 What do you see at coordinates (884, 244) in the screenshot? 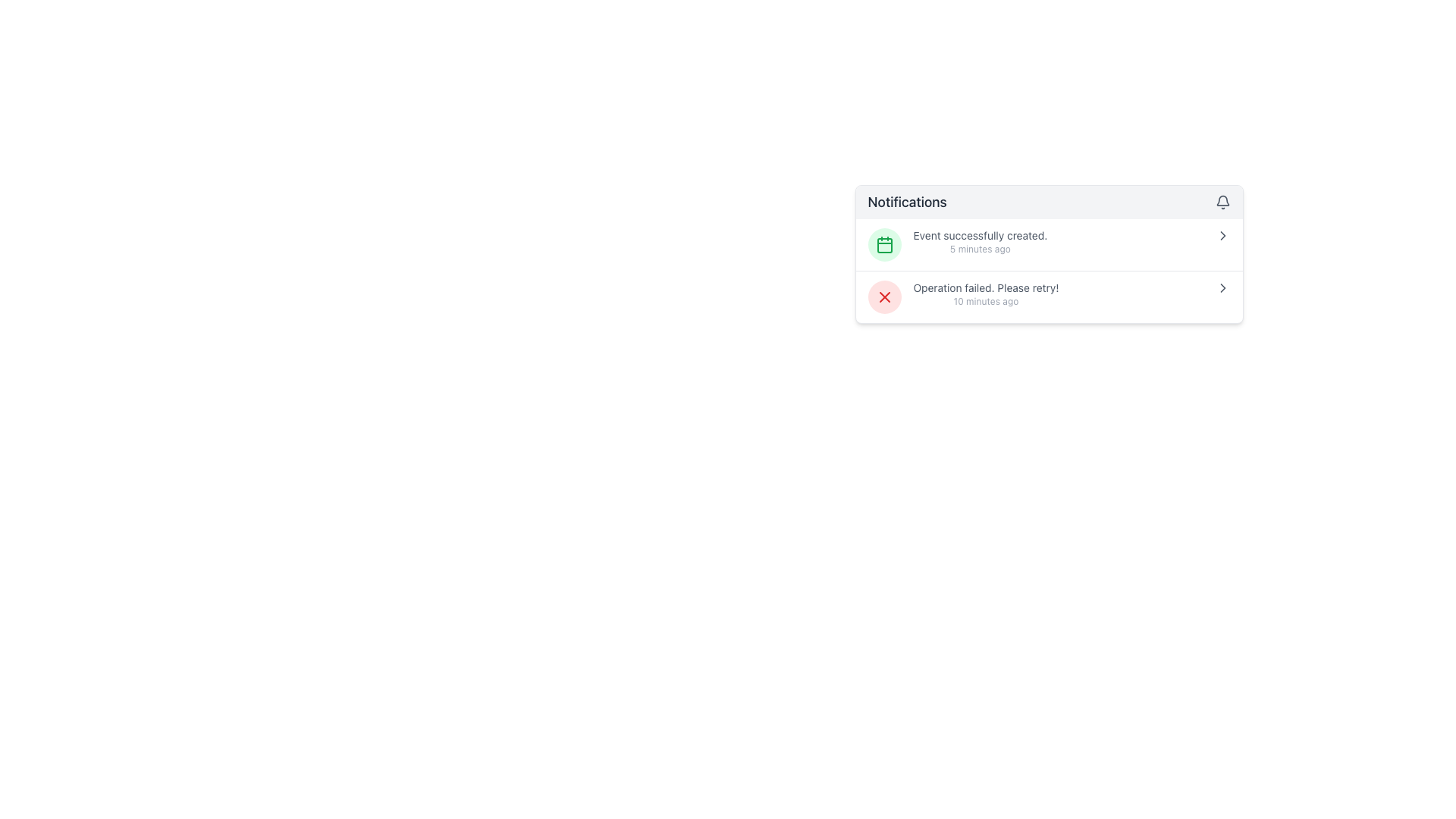
I see `the calendar icon with green edges and a light green circular background, located next to the notification 'Event successfully created. 5 minutes ago.'` at bounding box center [884, 244].